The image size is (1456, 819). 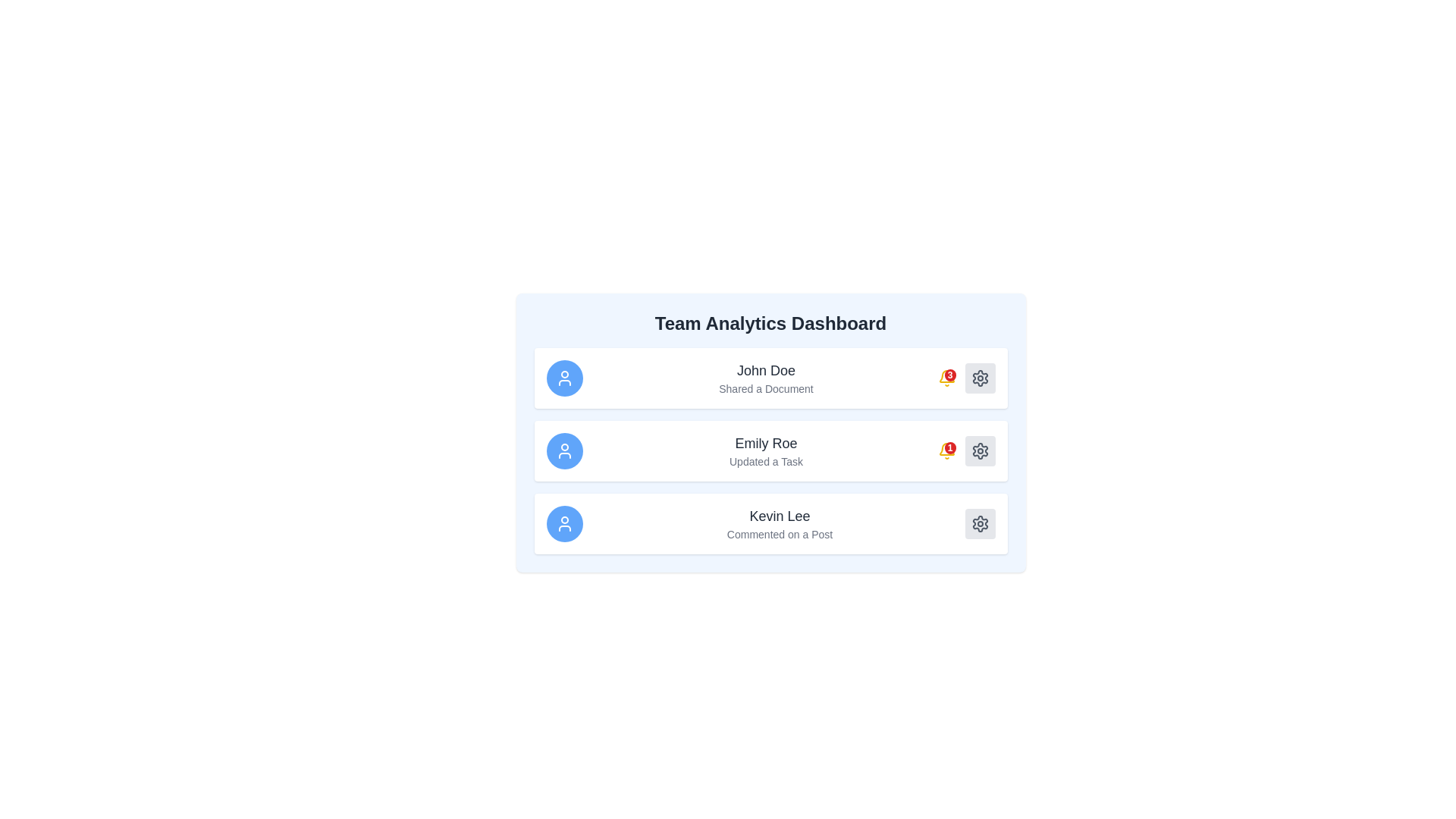 I want to click on the user profile icon, which is a white silhouette on a circular blue background, located on the far left of the first row in a user details list, so click(x=563, y=377).